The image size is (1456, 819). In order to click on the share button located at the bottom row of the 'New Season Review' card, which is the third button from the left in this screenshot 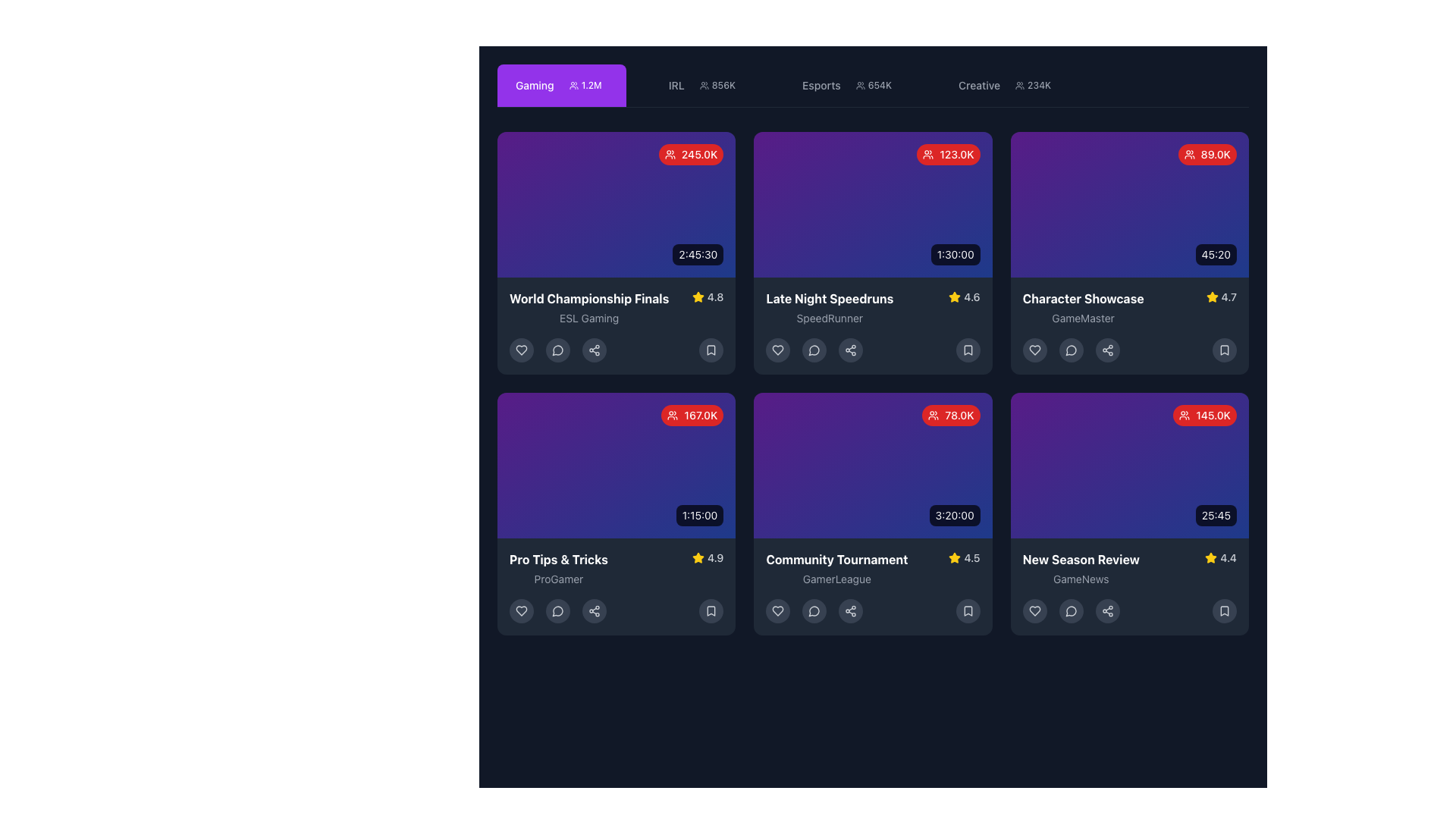, I will do `click(1107, 610)`.